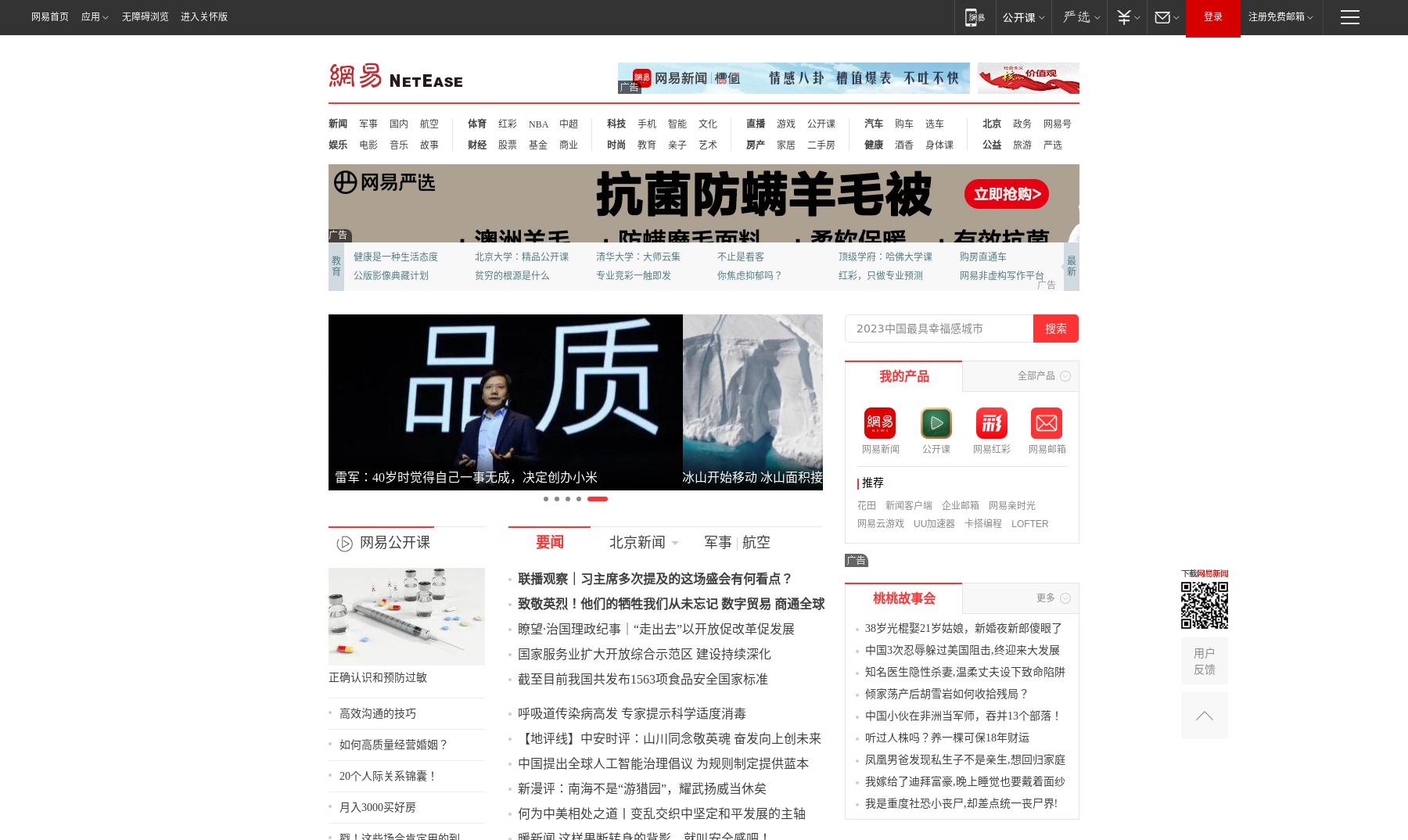  What do you see at coordinates (957, 799) in the screenshot?
I see `'我嫁给了迪拜富豪,晚上睡觉也要戴着面纱'` at bounding box center [957, 799].